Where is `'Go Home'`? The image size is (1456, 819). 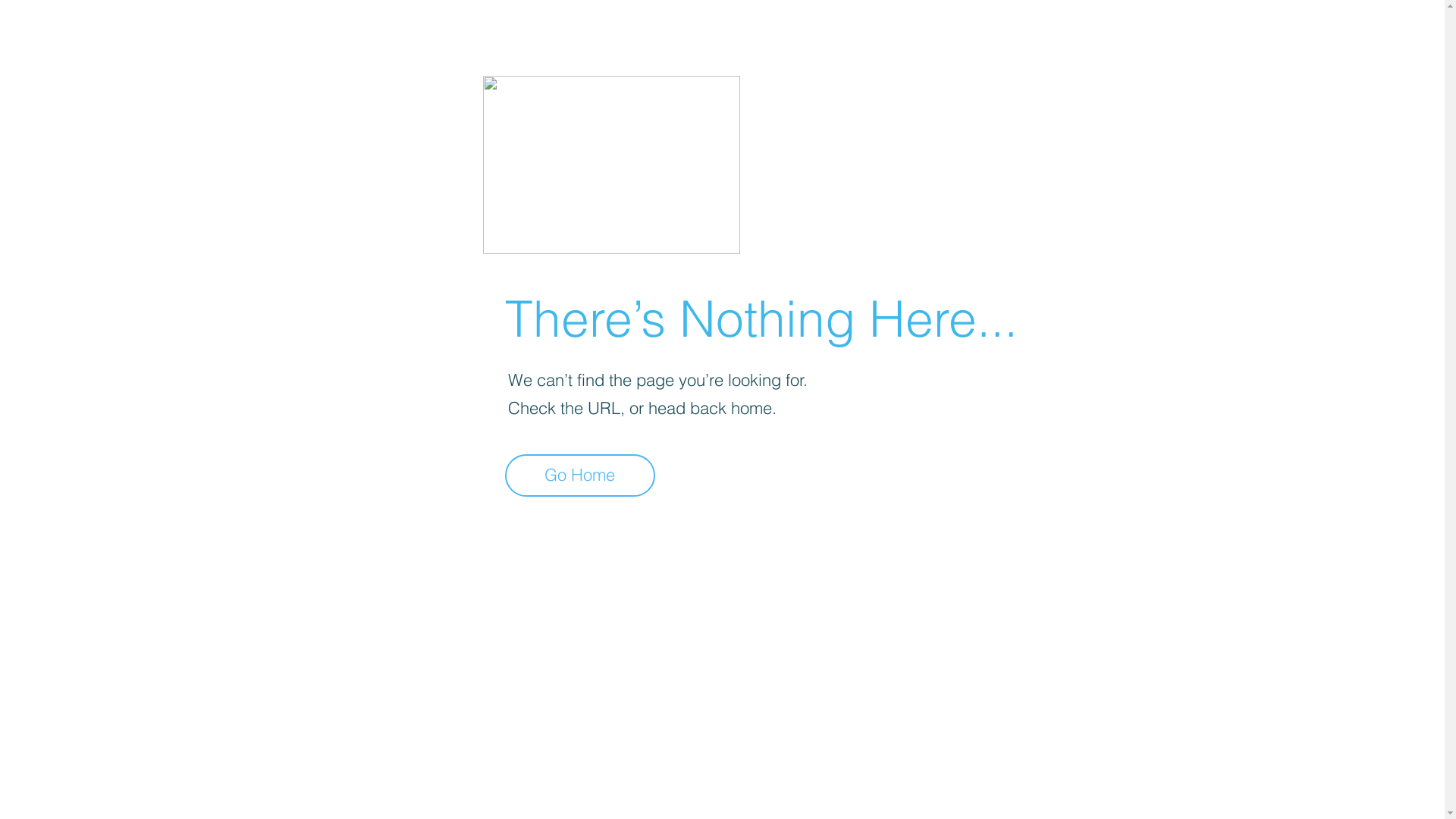
'Go Home' is located at coordinates (505, 475).